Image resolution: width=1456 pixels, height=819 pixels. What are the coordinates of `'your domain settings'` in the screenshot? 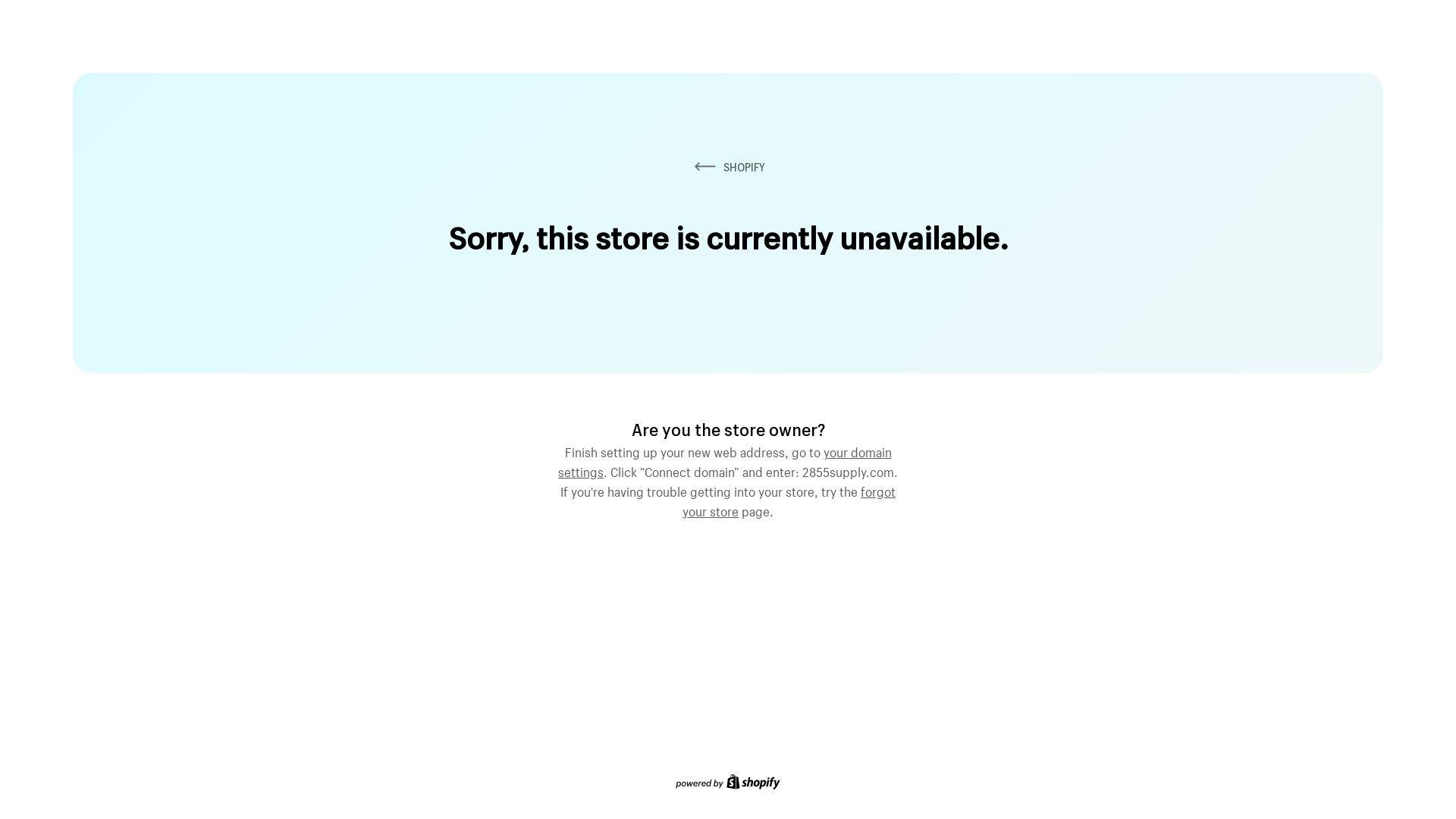 It's located at (723, 459).